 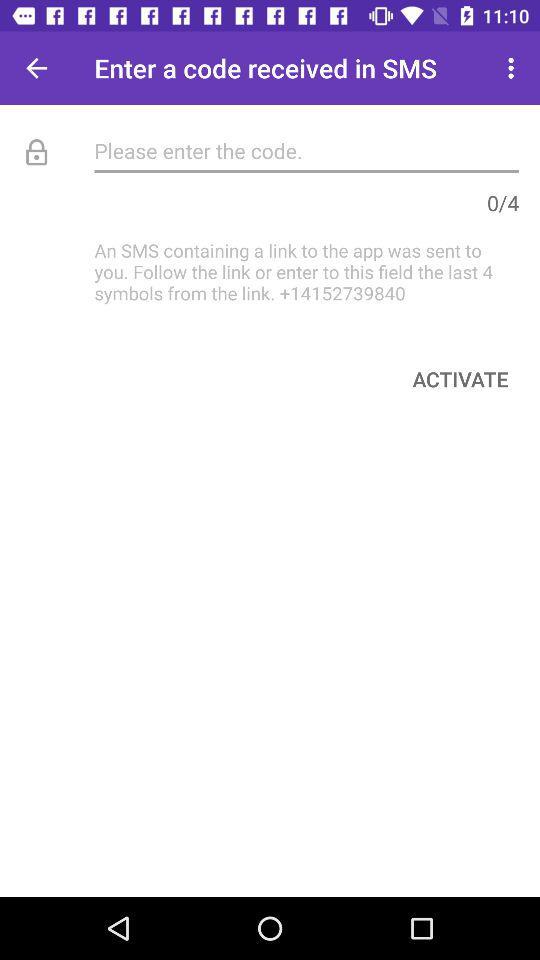 What do you see at coordinates (513, 68) in the screenshot?
I see `icon to the right of enter a code` at bounding box center [513, 68].